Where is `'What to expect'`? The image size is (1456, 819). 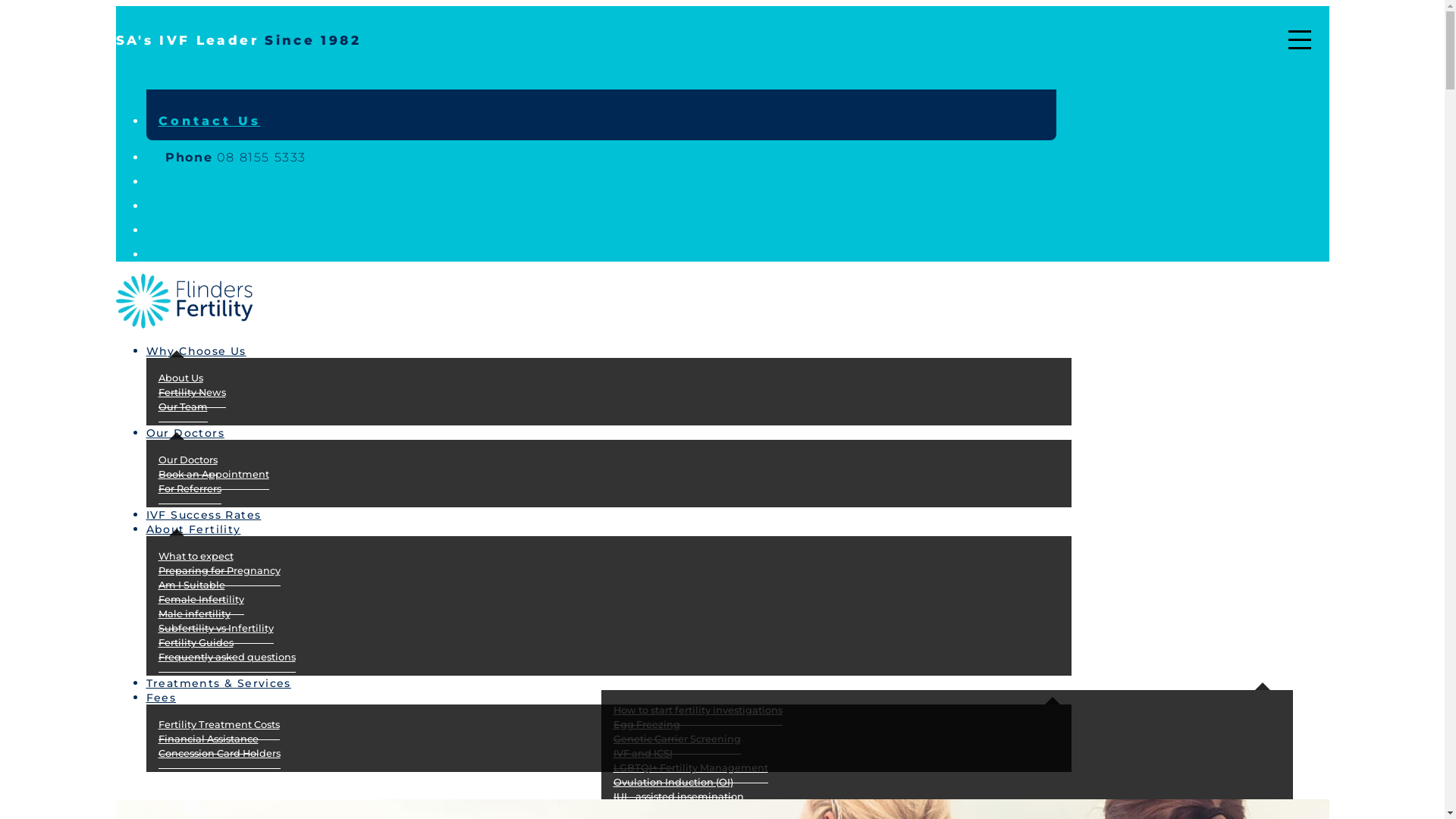
'What to expect' is located at coordinates (194, 556).